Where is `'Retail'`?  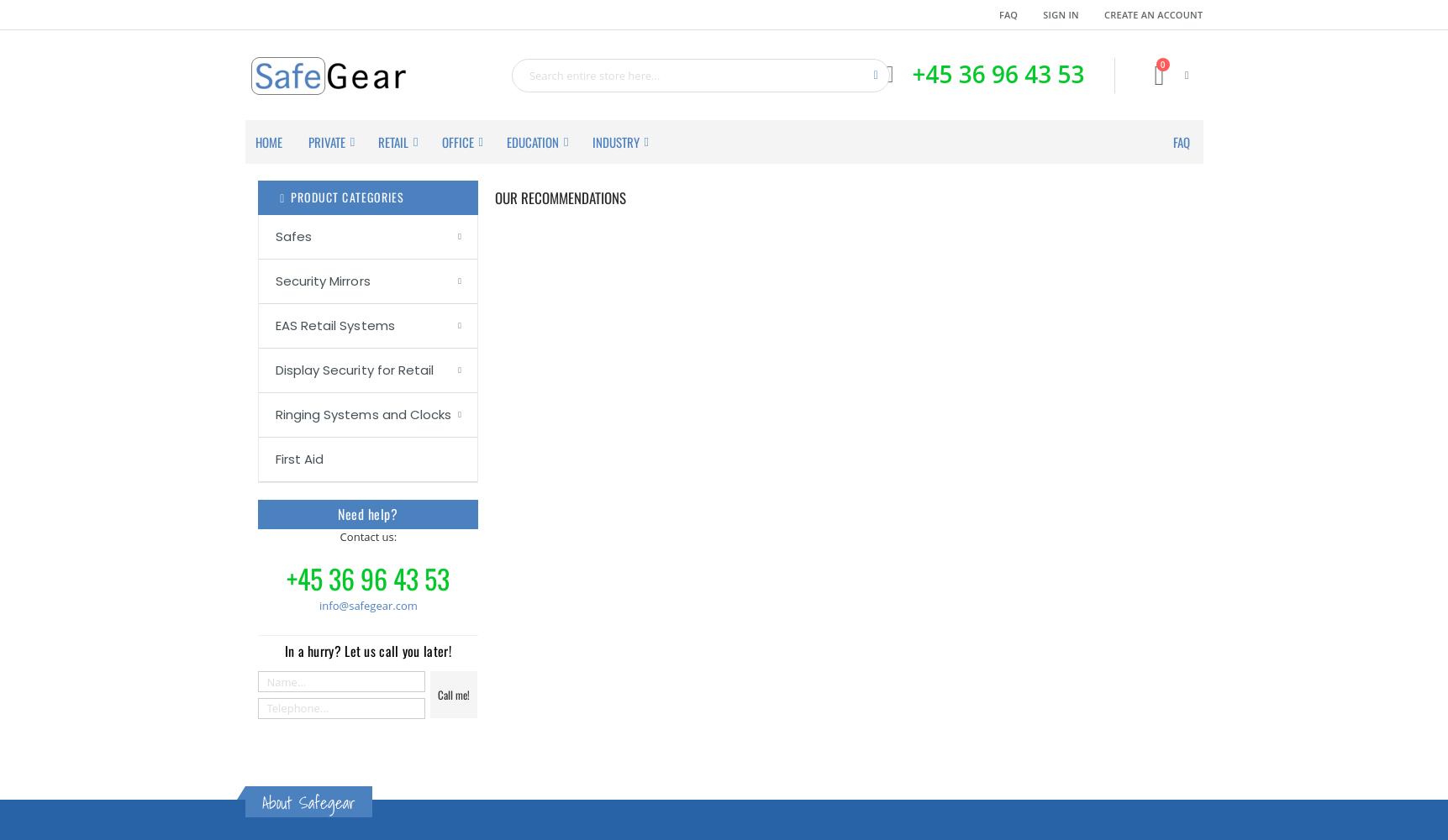
'Retail' is located at coordinates (378, 142).